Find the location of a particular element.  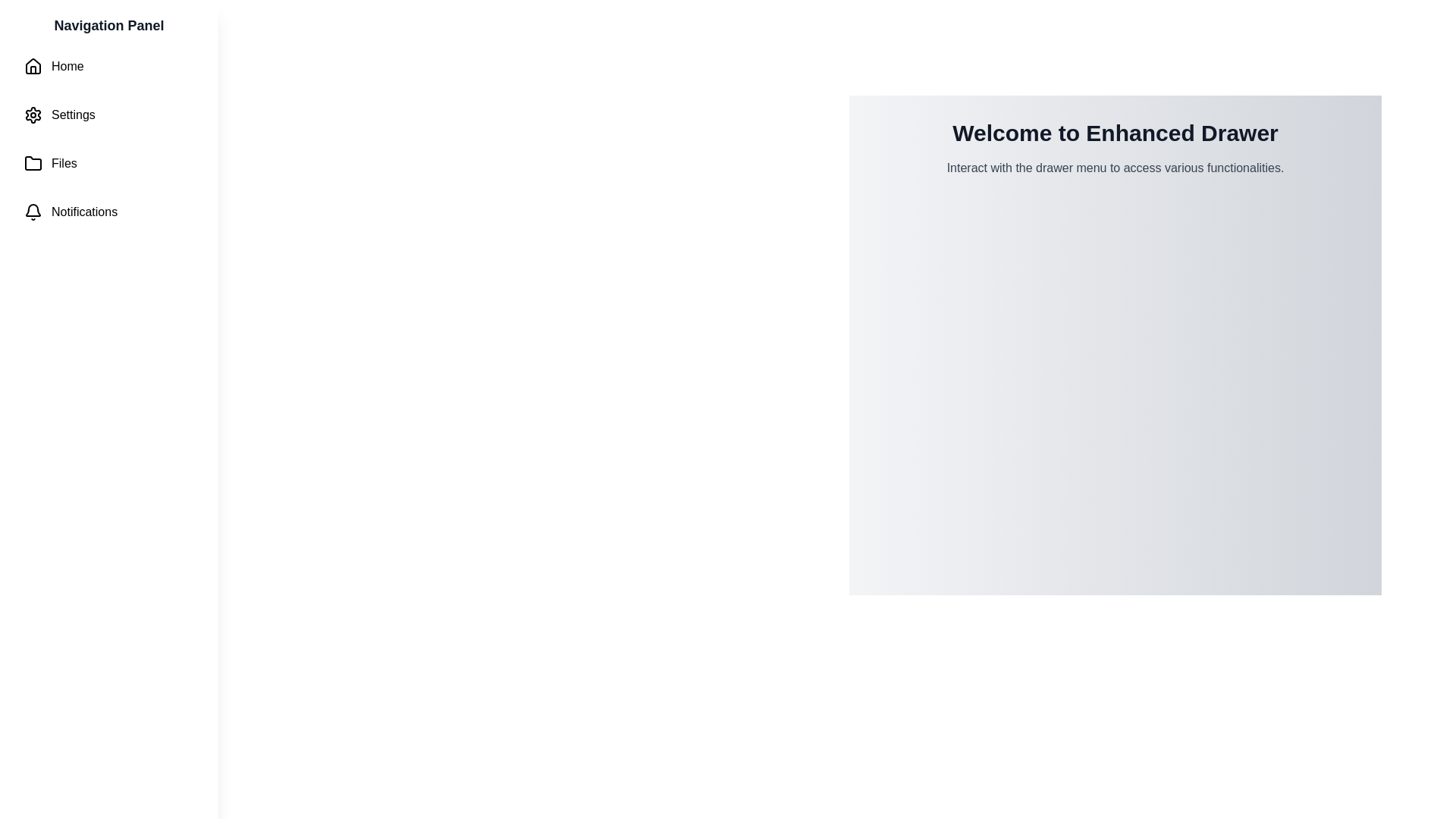

the static text label in the left-side navigation drawer, which serves as the header for the navigation menu is located at coordinates (108, 26).